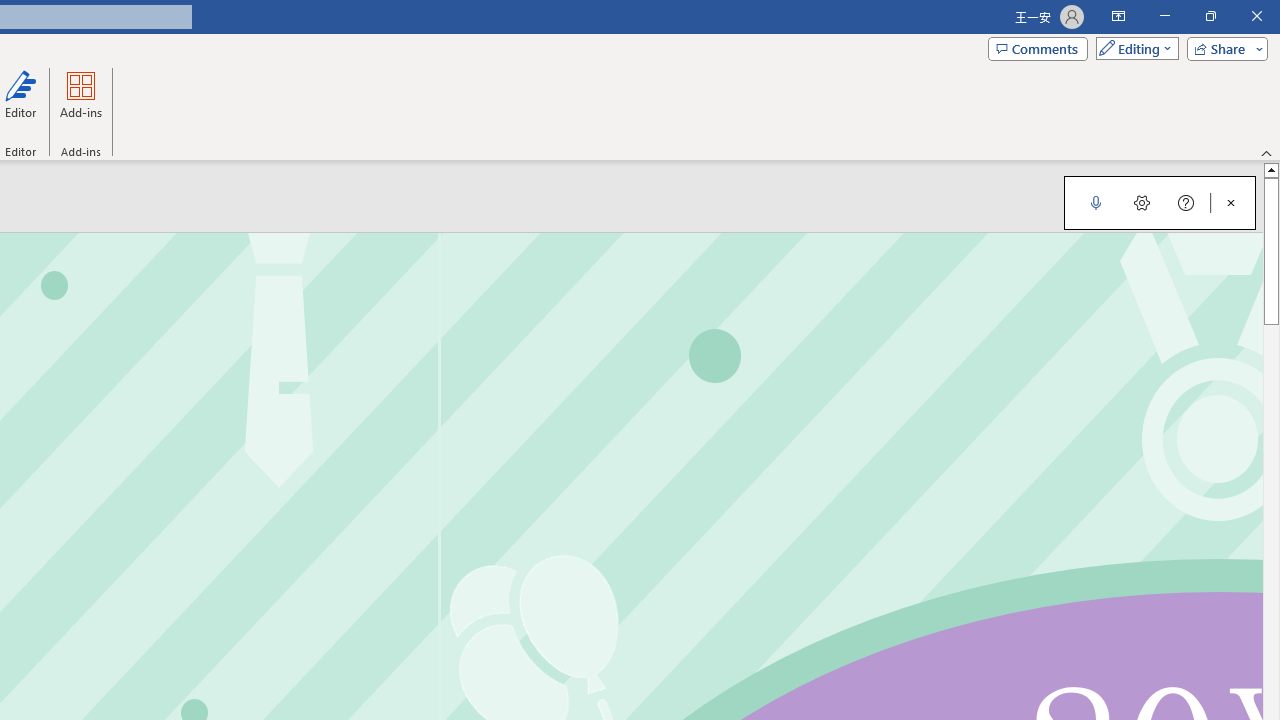  I want to click on 'Line up', so click(1270, 168).